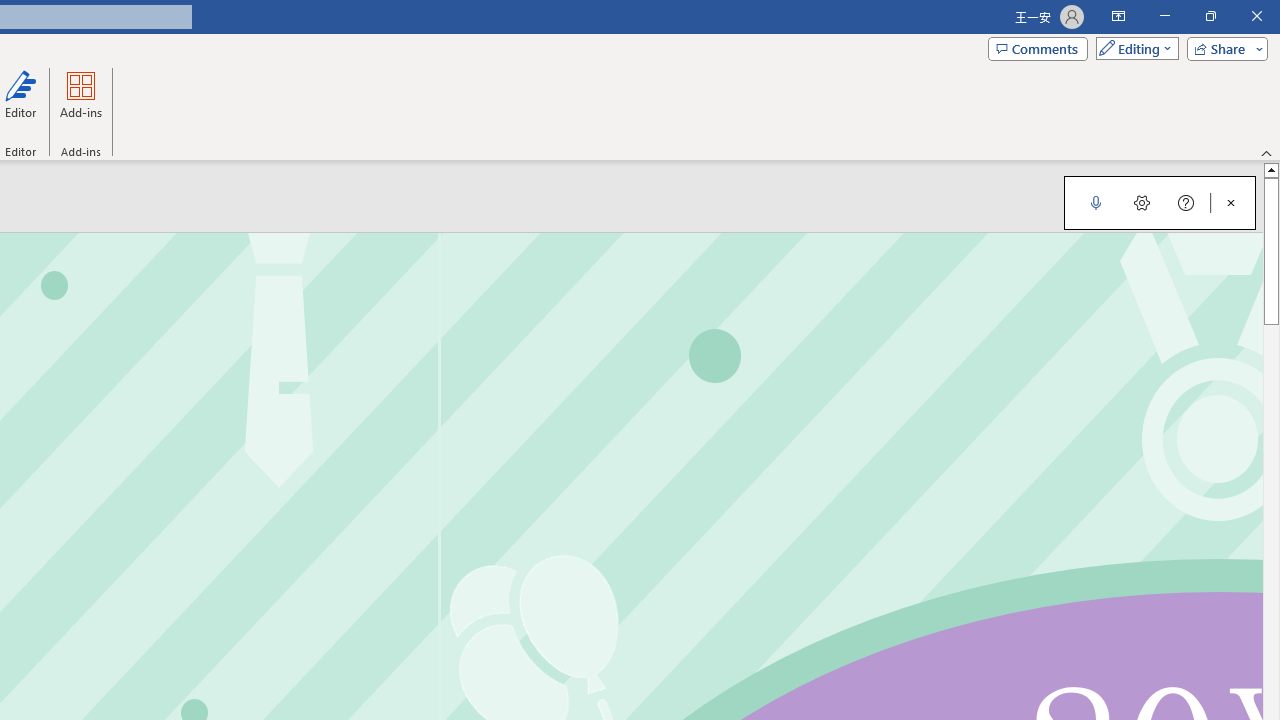  I want to click on 'Line up', so click(1270, 168).